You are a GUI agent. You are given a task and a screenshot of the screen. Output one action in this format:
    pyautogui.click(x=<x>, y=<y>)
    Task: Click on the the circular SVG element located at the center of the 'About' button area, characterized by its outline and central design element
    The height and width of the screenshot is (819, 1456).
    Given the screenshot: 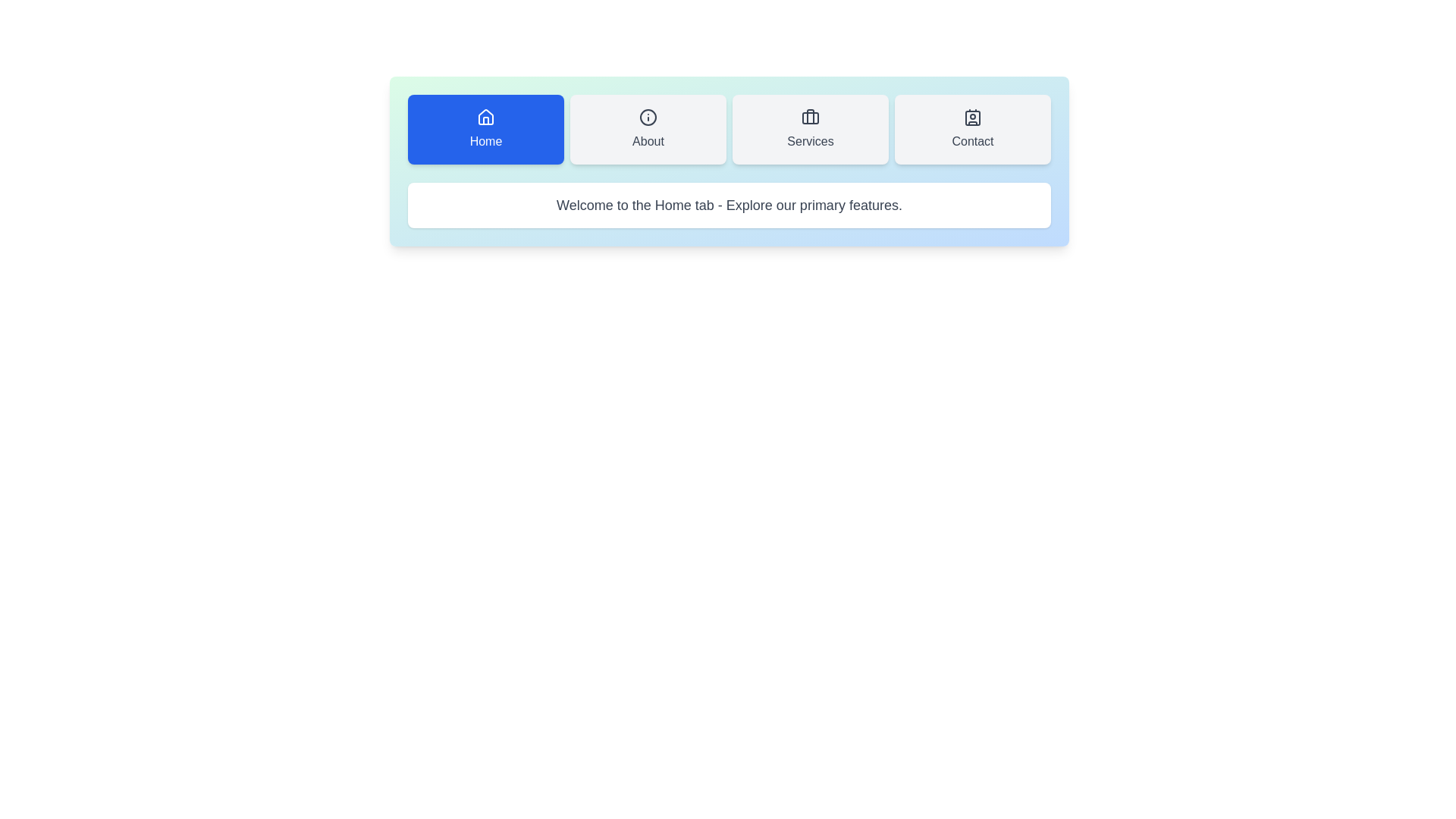 What is the action you would take?
    pyautogui.click(x=648, y=116)
    